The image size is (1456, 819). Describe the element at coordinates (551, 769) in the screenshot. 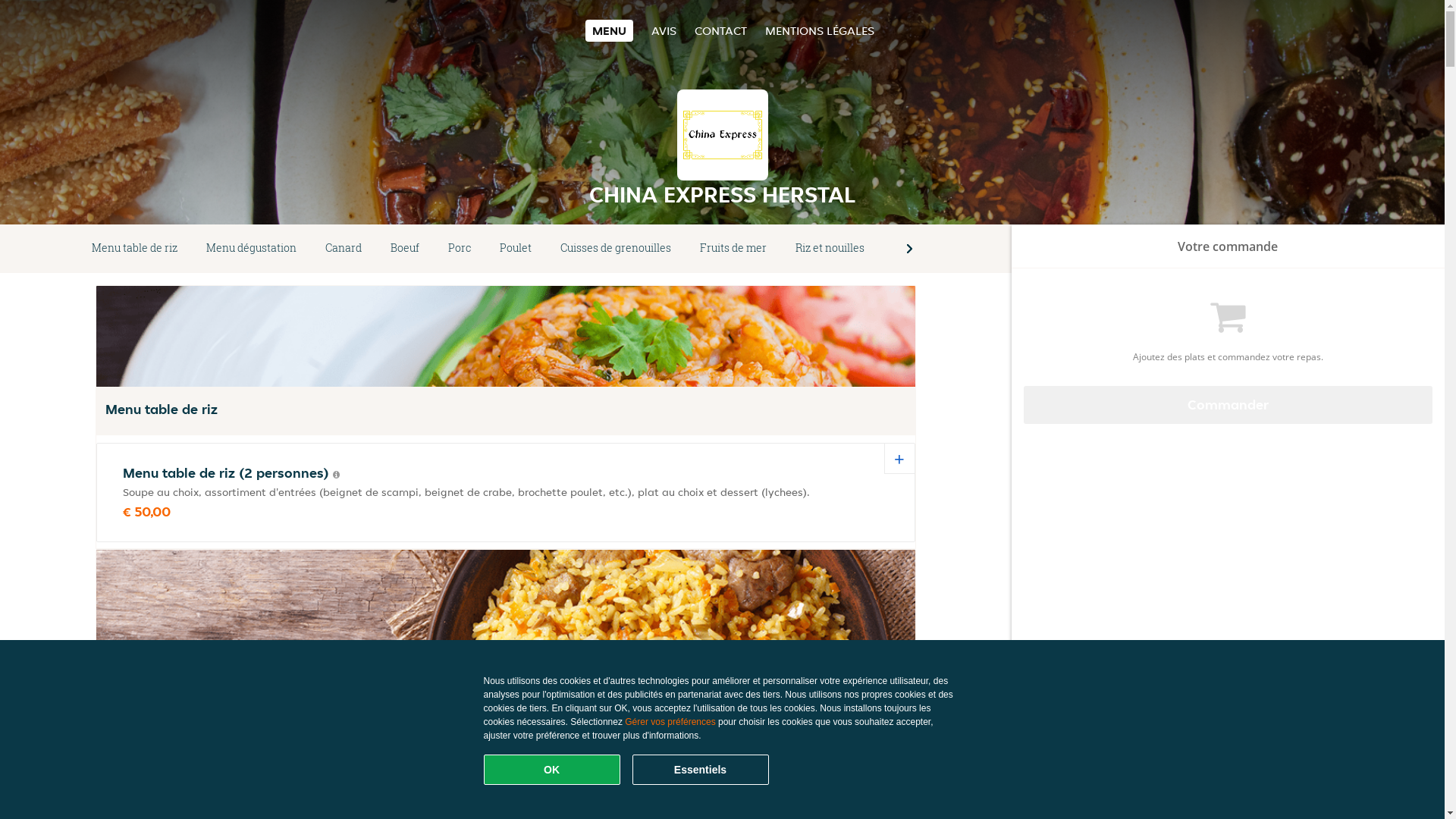

I see `'OK'` at that location.